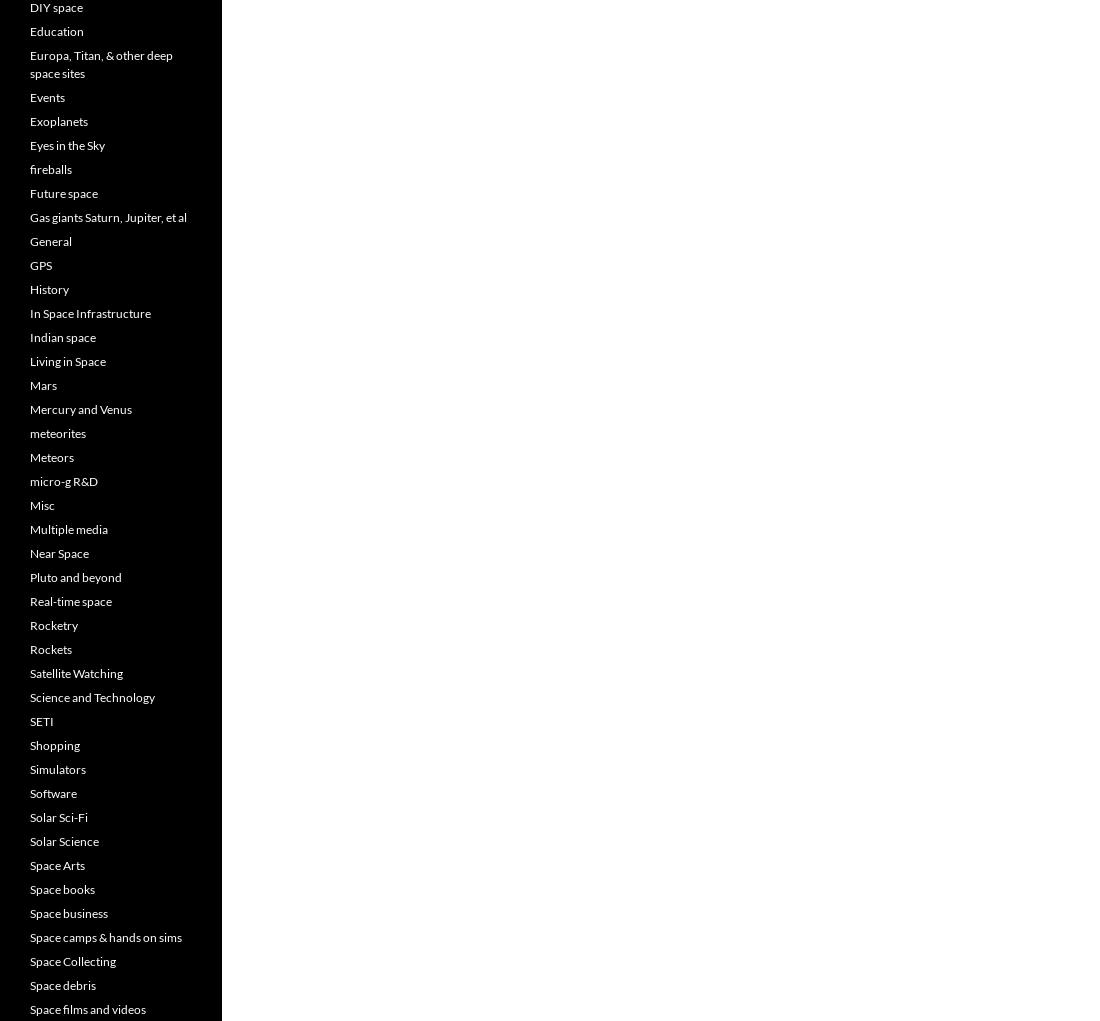 The width and height of the screenshot is (1100, 1021). I want to click on 'Space camps & hands on sims', so click(106, 937).